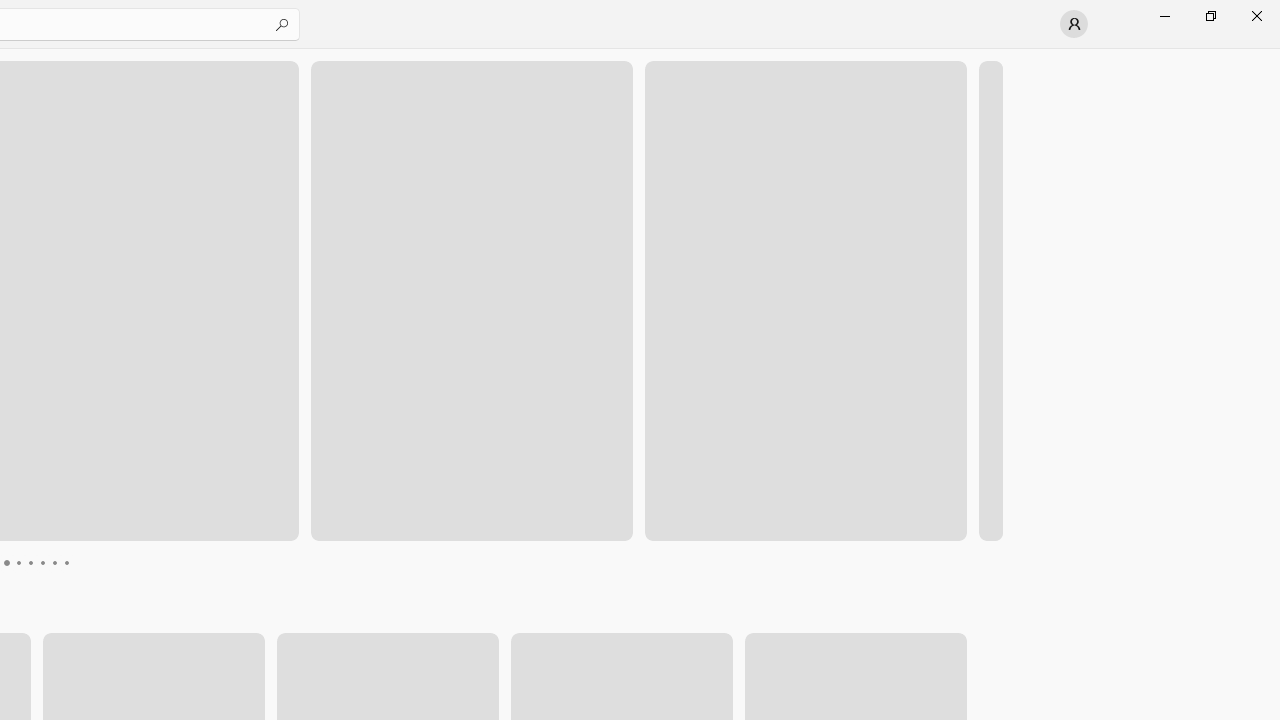 Image resolution: width=1280 pixels, height=720 pixels. What do you see at coordinates (65, 563) in the screenshot?
I see `'Page 8'` at bounding box center [65, 563].